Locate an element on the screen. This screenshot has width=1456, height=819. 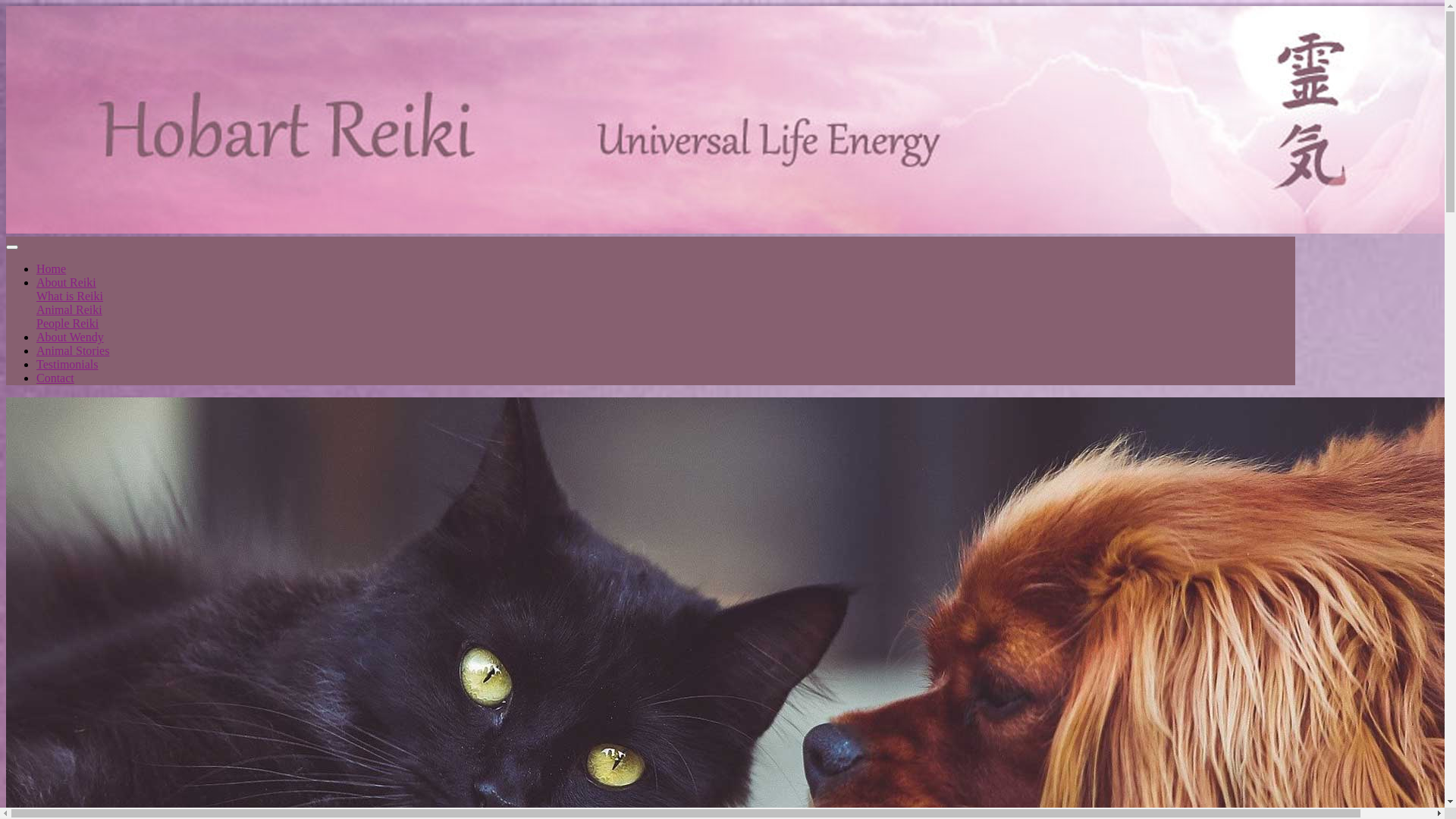
'Home' is located at coordinates (36, 268).